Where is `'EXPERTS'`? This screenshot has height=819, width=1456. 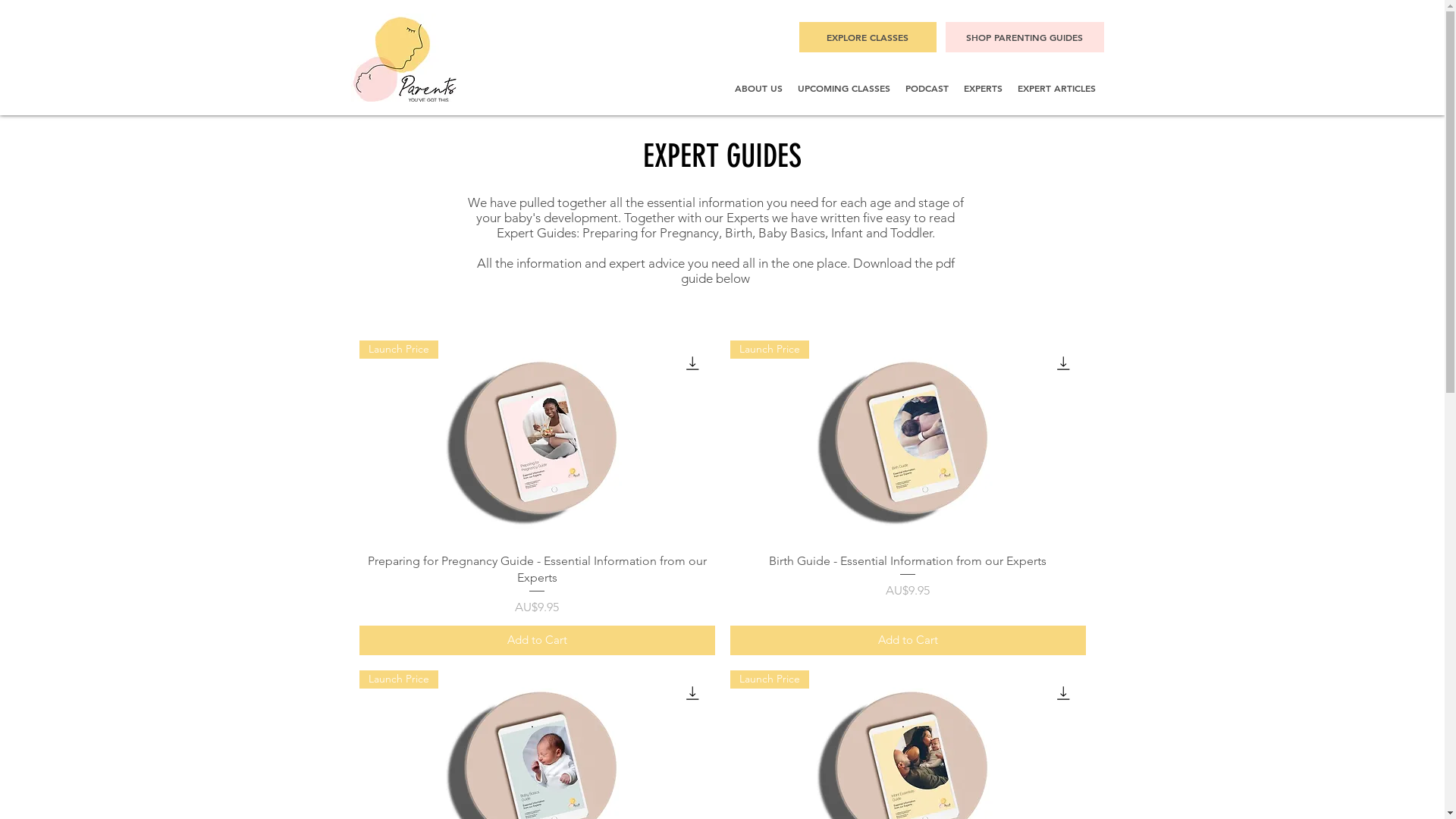 'EXPERTS' is located at coordinates (982, 87).